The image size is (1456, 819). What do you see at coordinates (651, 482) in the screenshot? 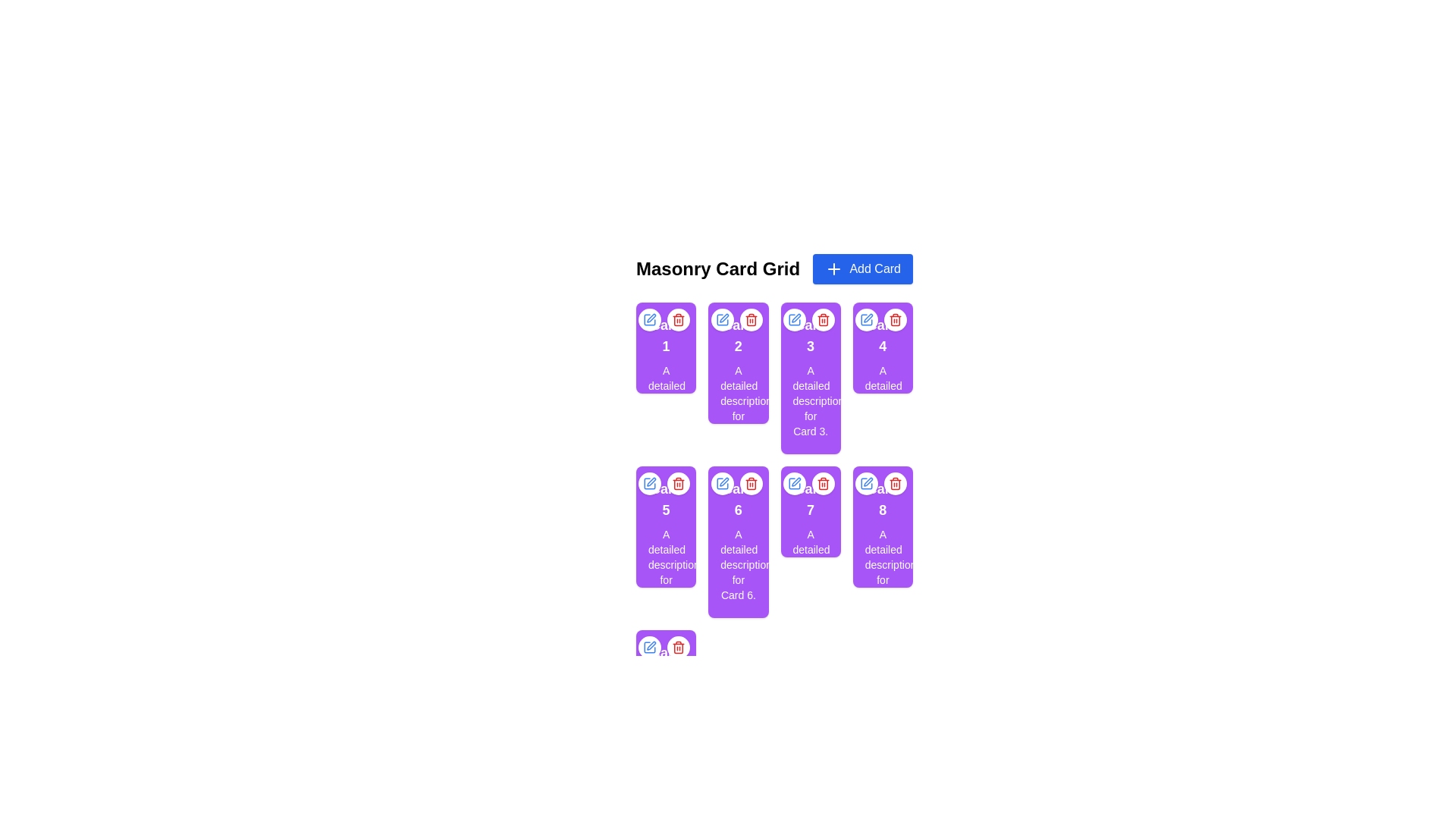
I see `the pen or pencil icon in the SVG graphic located near the upper-left corner of card '1'` at bounding box center [651, 482].